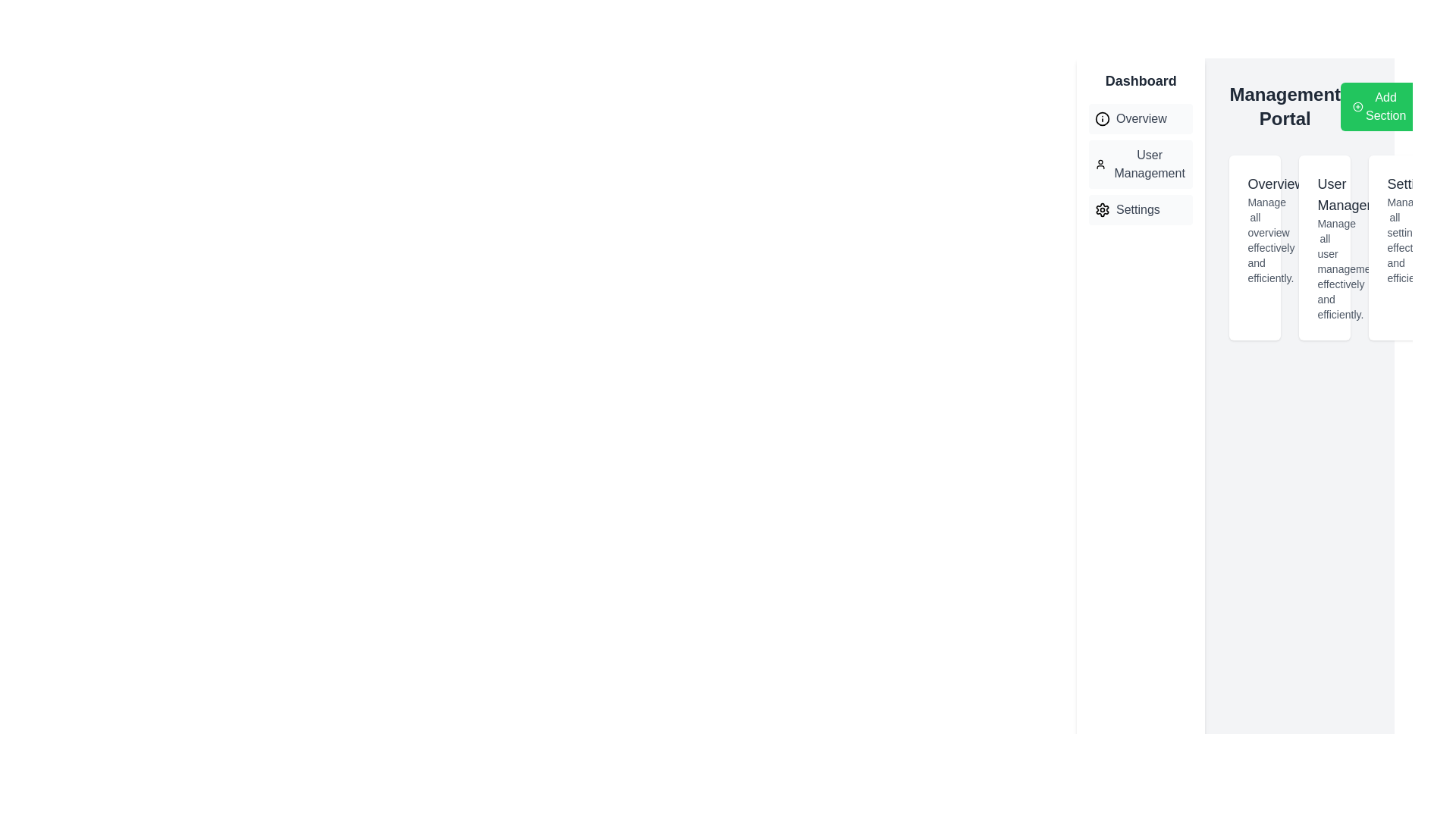 Image resolution: width=1456 pixels, height=819 pixels. I want to click on the first card in the card group that serves as a descriptive navigation or summary card, which likely leads to the 'Overview' section of the application, so click(1255, 247).